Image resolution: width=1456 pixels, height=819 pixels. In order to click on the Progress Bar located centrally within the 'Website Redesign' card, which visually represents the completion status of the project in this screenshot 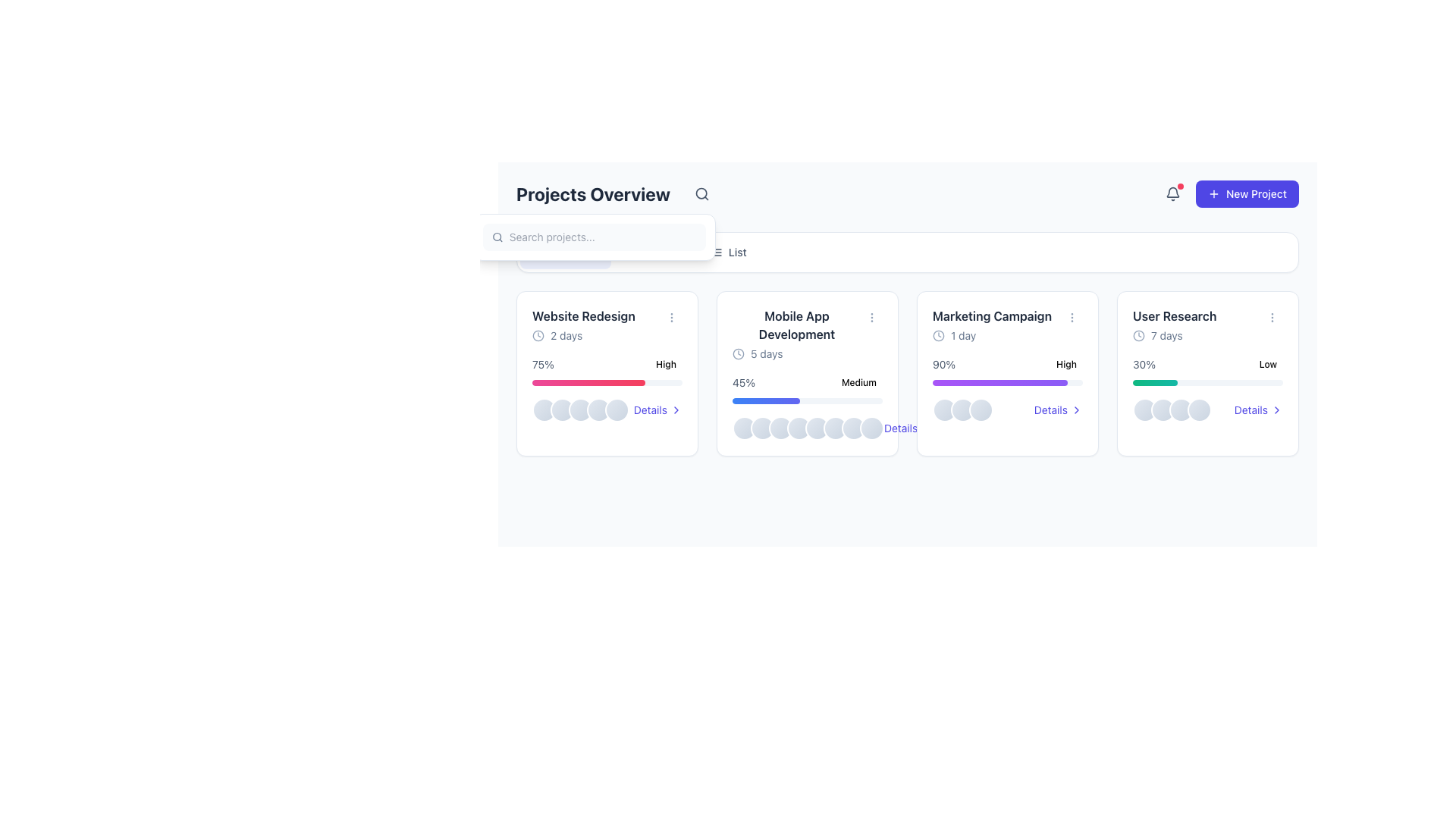, I will do `click(607, 382)`.